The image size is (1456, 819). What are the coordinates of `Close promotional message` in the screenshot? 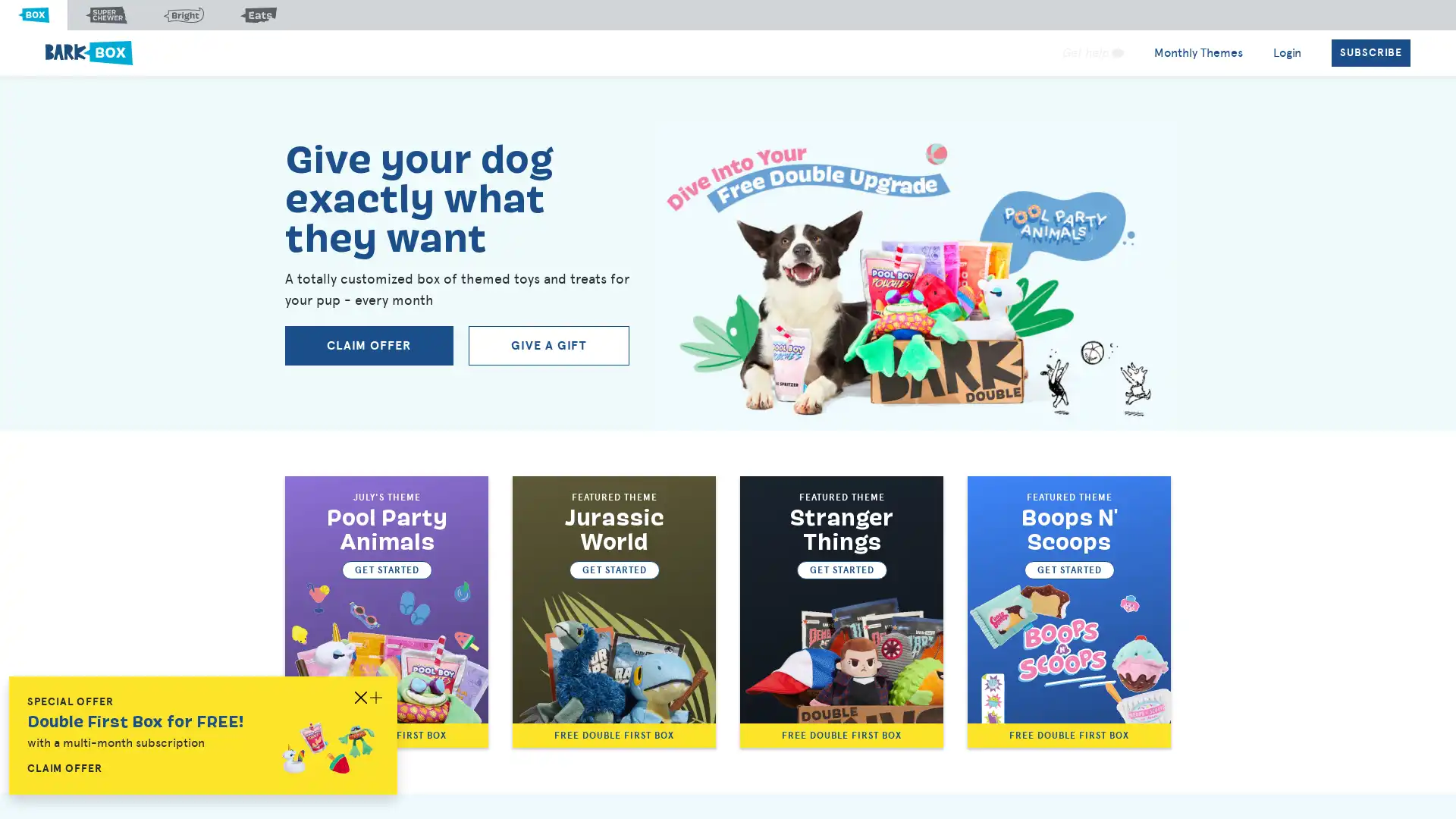 It's located at (375, 698).